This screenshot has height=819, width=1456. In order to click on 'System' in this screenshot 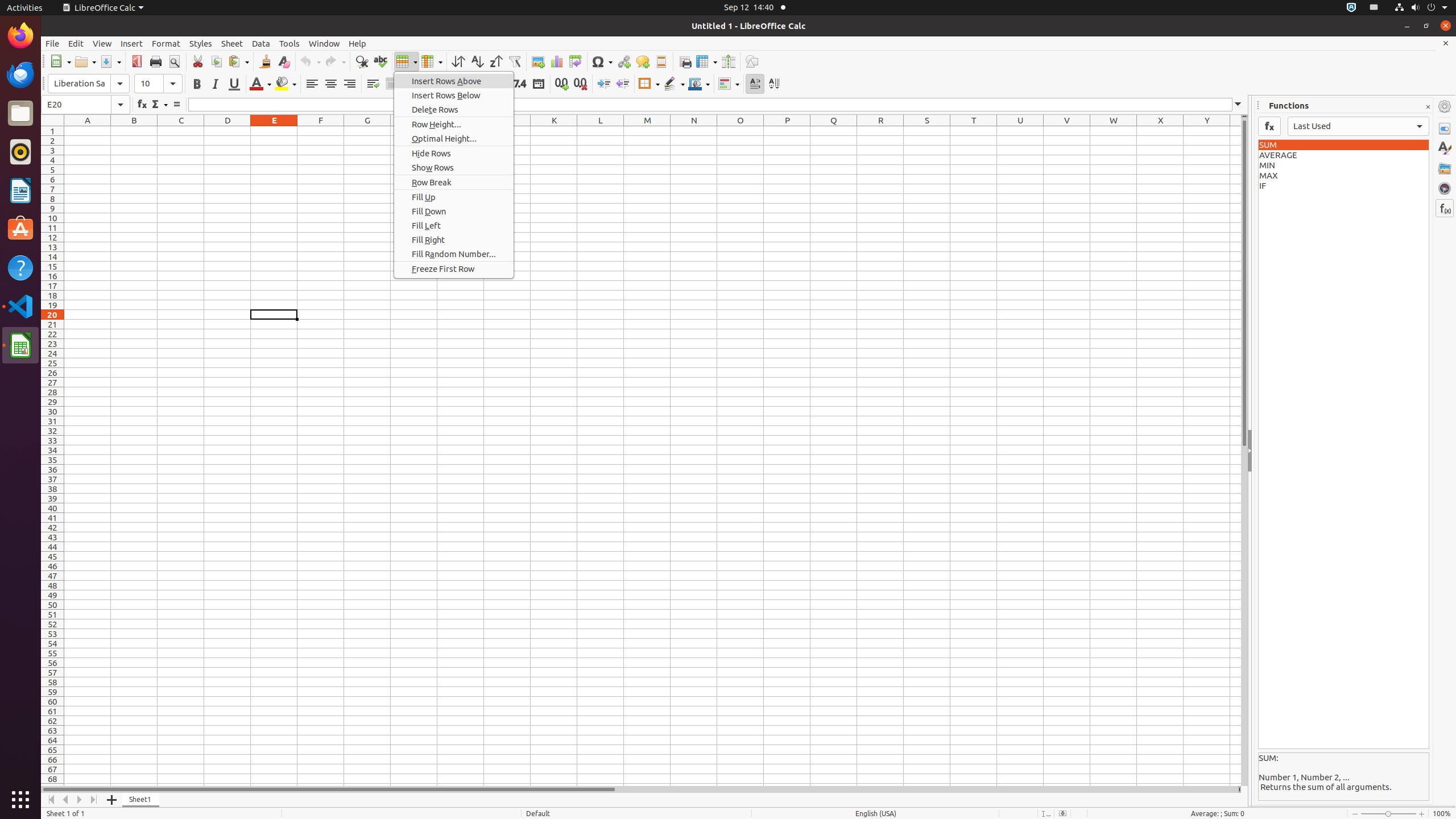, I will do `click(1421, 7)`.